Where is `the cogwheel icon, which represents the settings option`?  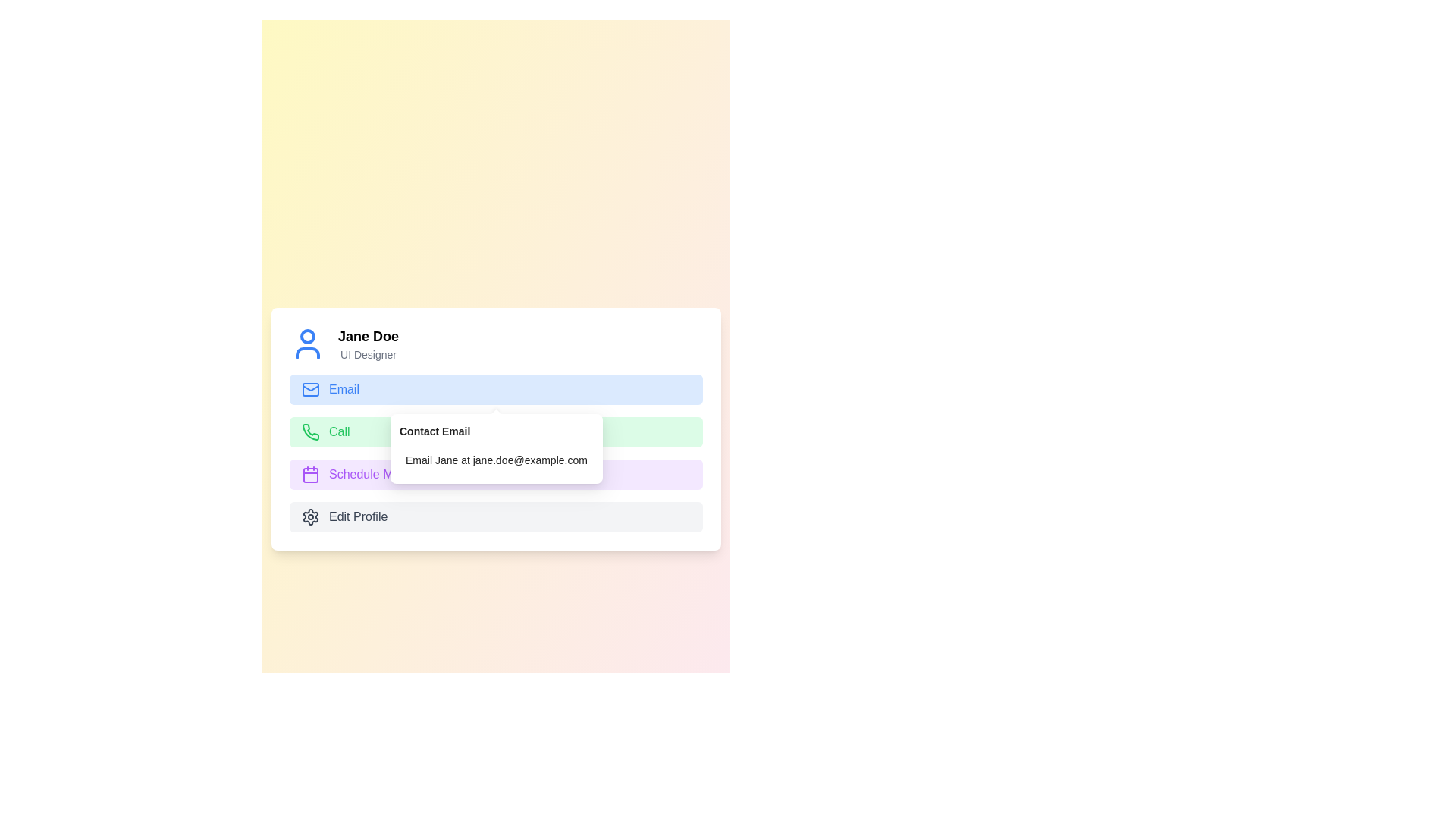 the cogwheel icon, which represents the settings option is located at coordinates (309, 516).